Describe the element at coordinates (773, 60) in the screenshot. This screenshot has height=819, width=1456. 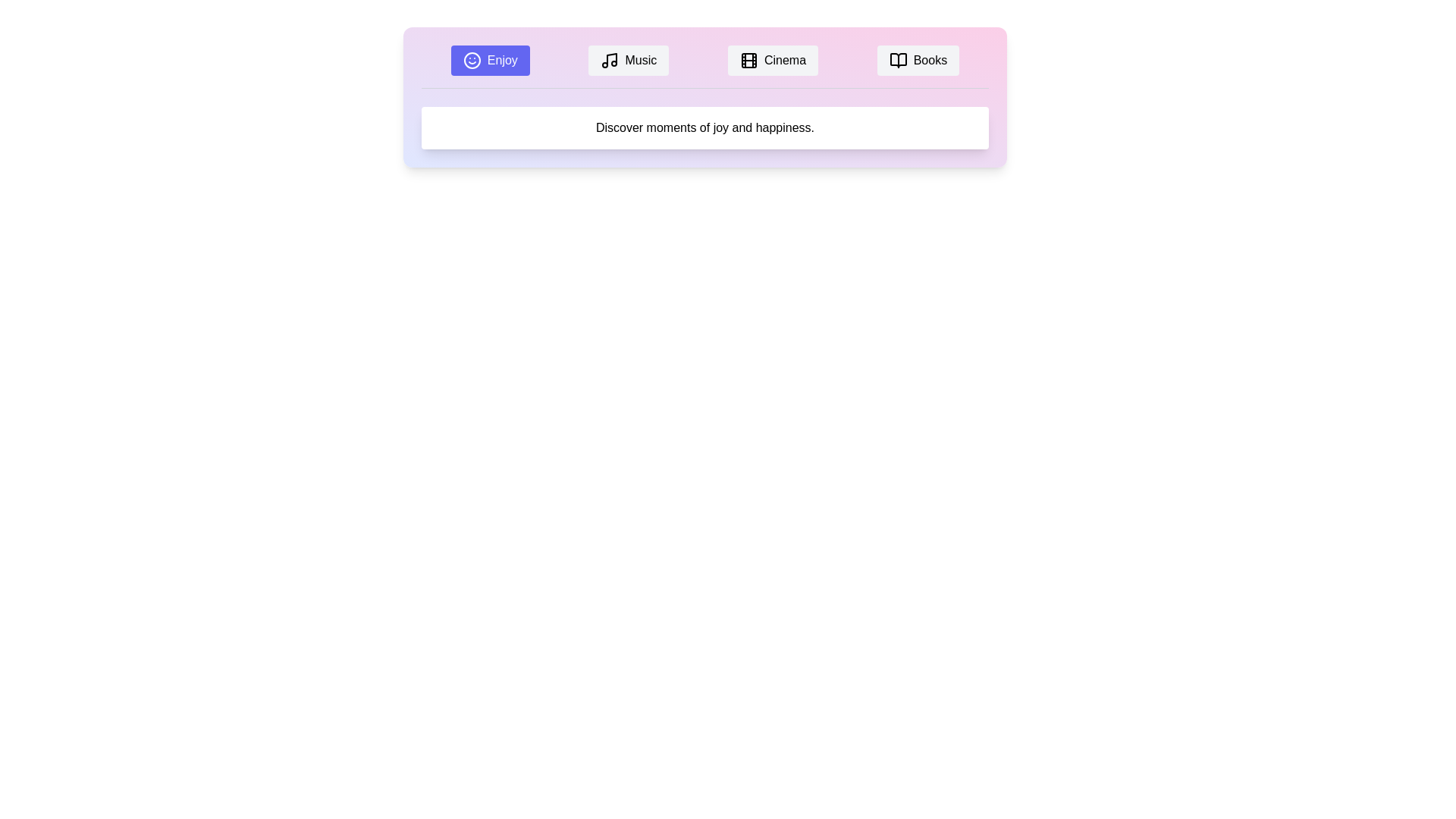
I see `the tab labeled Cinema to select it` at that location.